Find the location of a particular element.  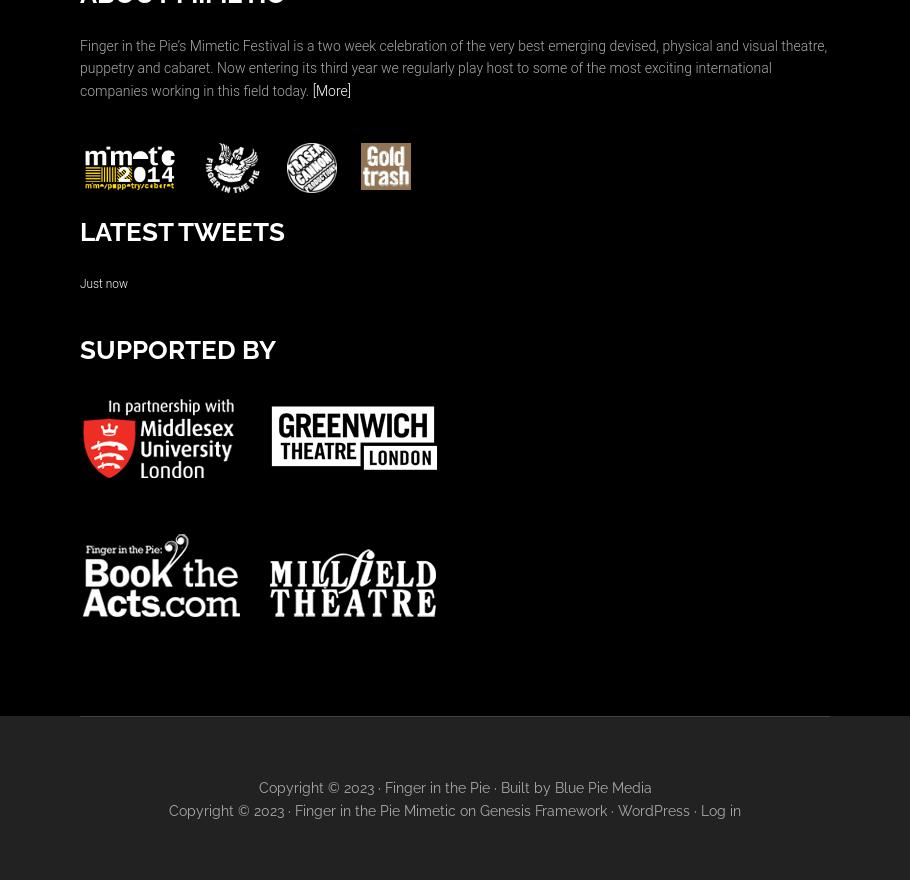

'Copyright © 2023 ·' is located at coordinates (320, 786).